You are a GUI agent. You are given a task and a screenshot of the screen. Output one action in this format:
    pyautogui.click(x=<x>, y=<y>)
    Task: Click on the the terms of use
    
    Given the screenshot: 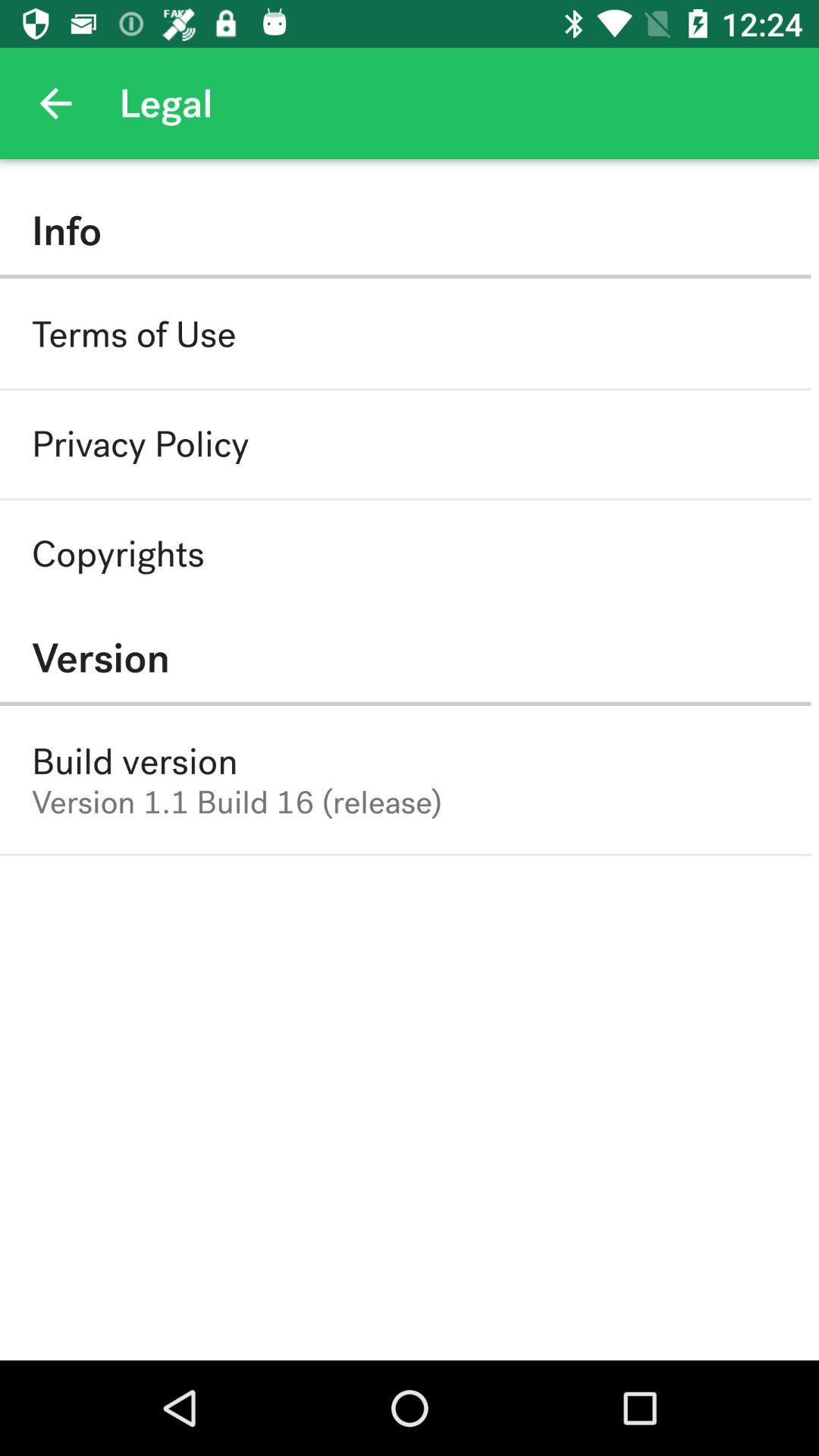 What is the action you would take?
    pyautogui.click(x=133, y=334)
    